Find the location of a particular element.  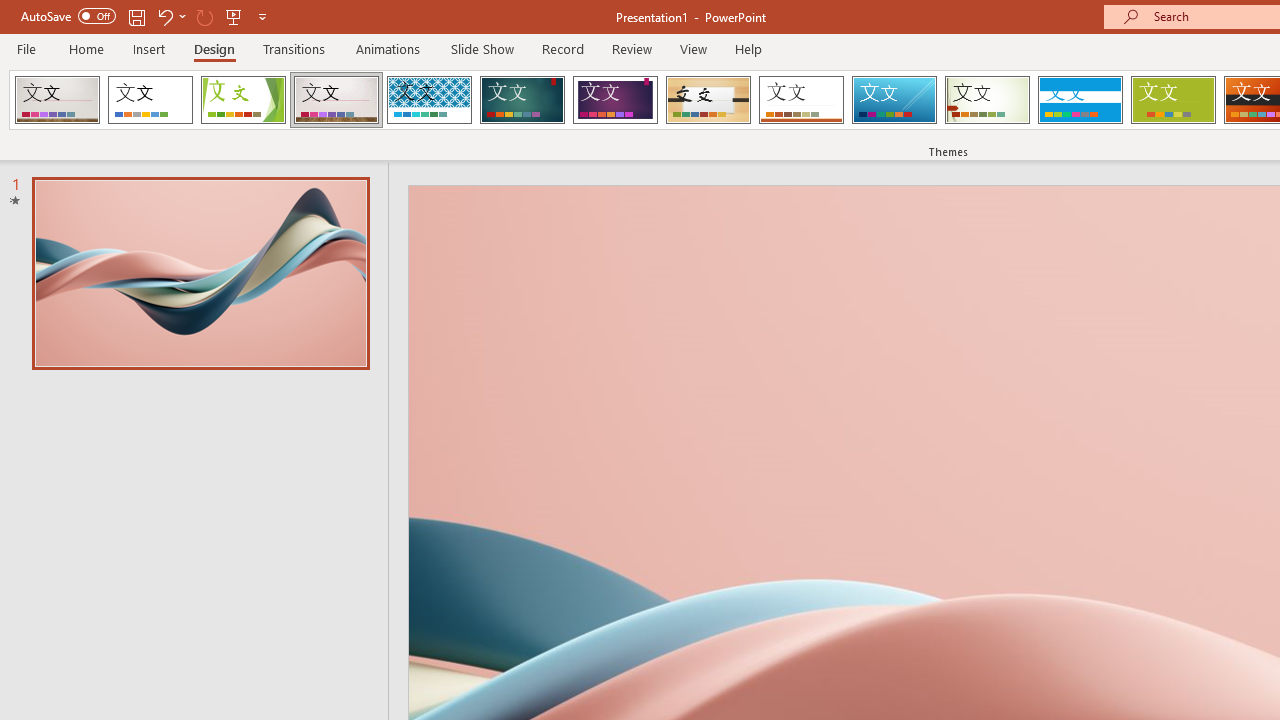

'Office Theme' is located at coordinates (149, 100).